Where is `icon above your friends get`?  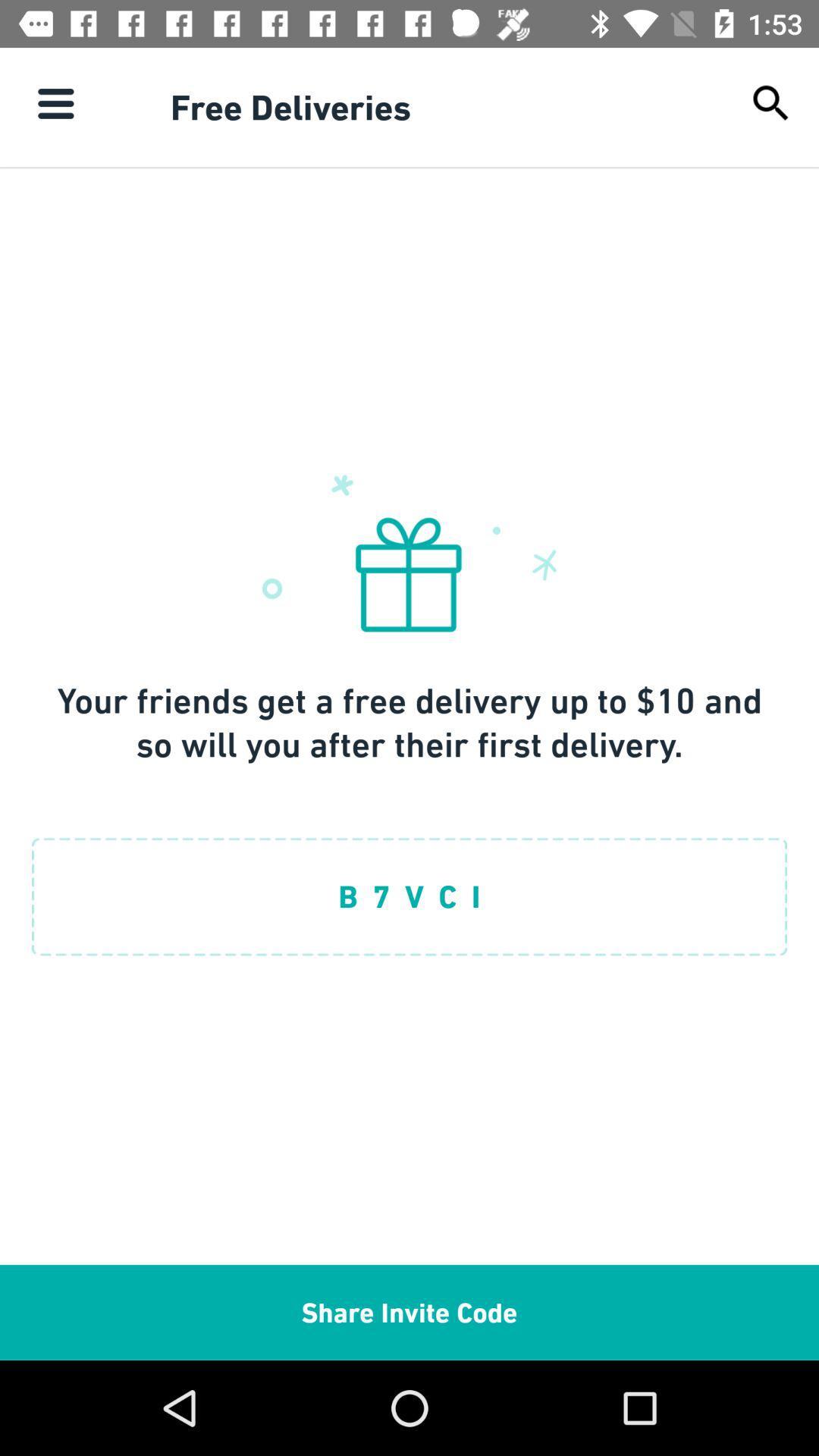
icon above your friends get is located at coordinates (55, 102).